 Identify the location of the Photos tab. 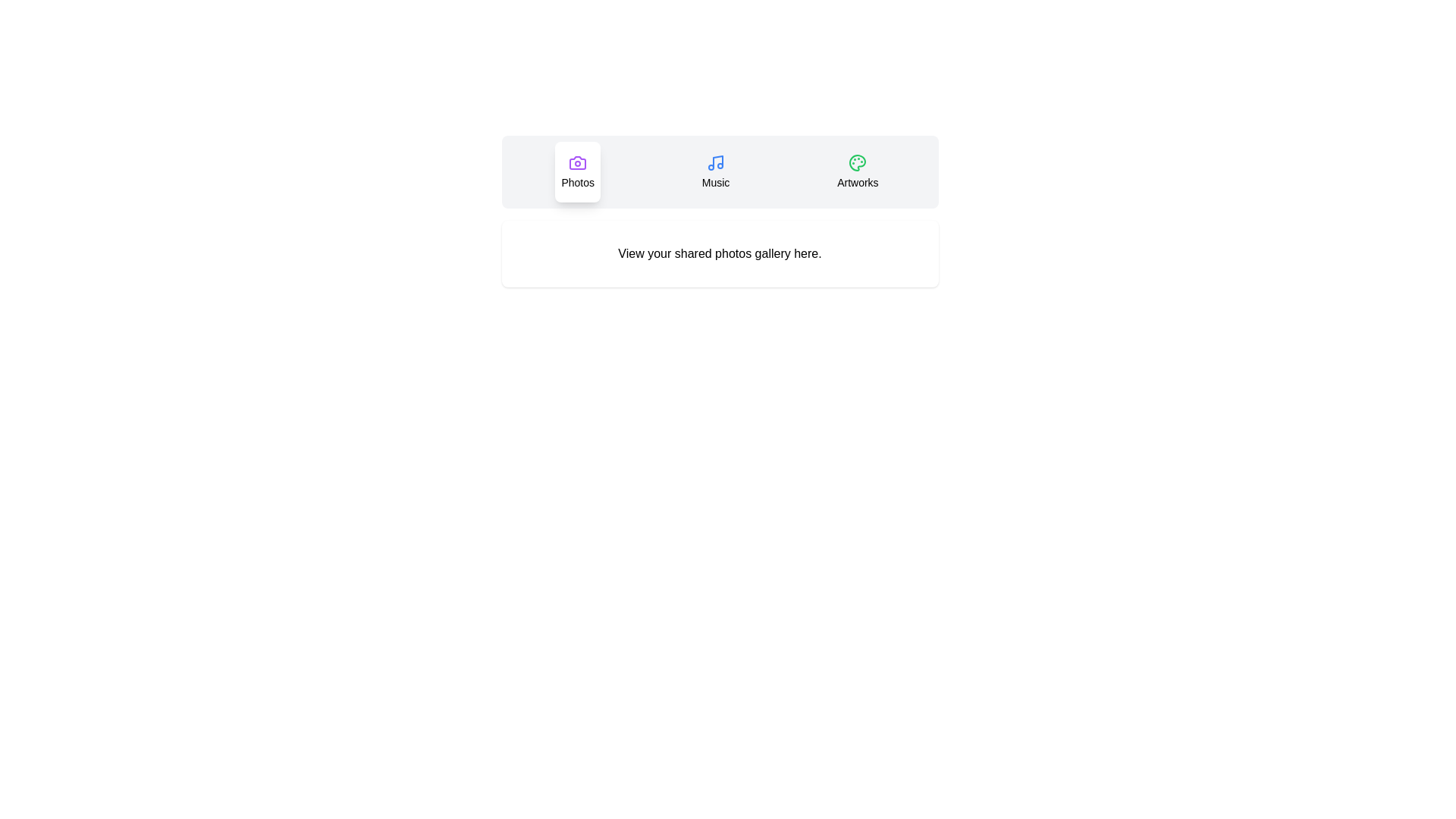
(577, 171).